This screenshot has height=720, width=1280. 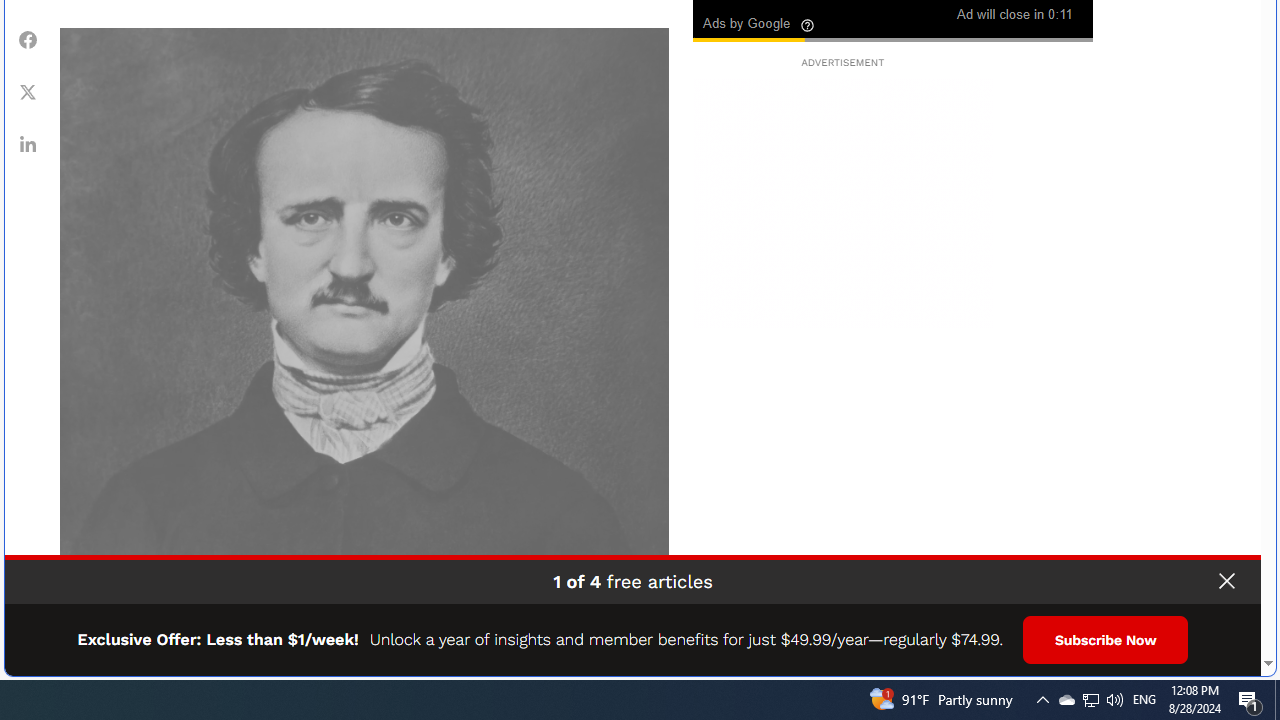 I want to click on 'Class: article-sharing__item', so click(x=28, y=142).